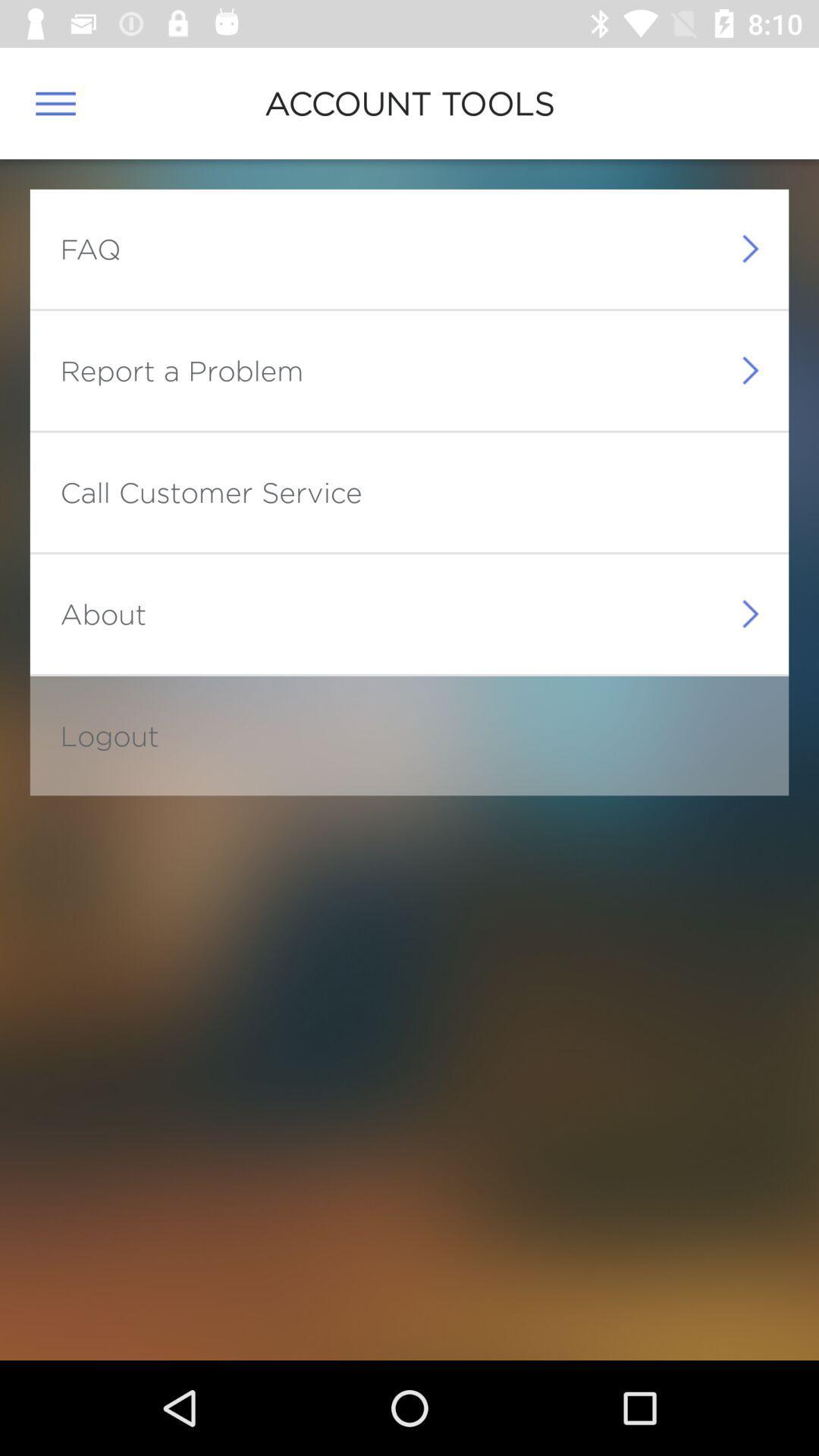  I want to click on the call customer service item, so click(211, 492).